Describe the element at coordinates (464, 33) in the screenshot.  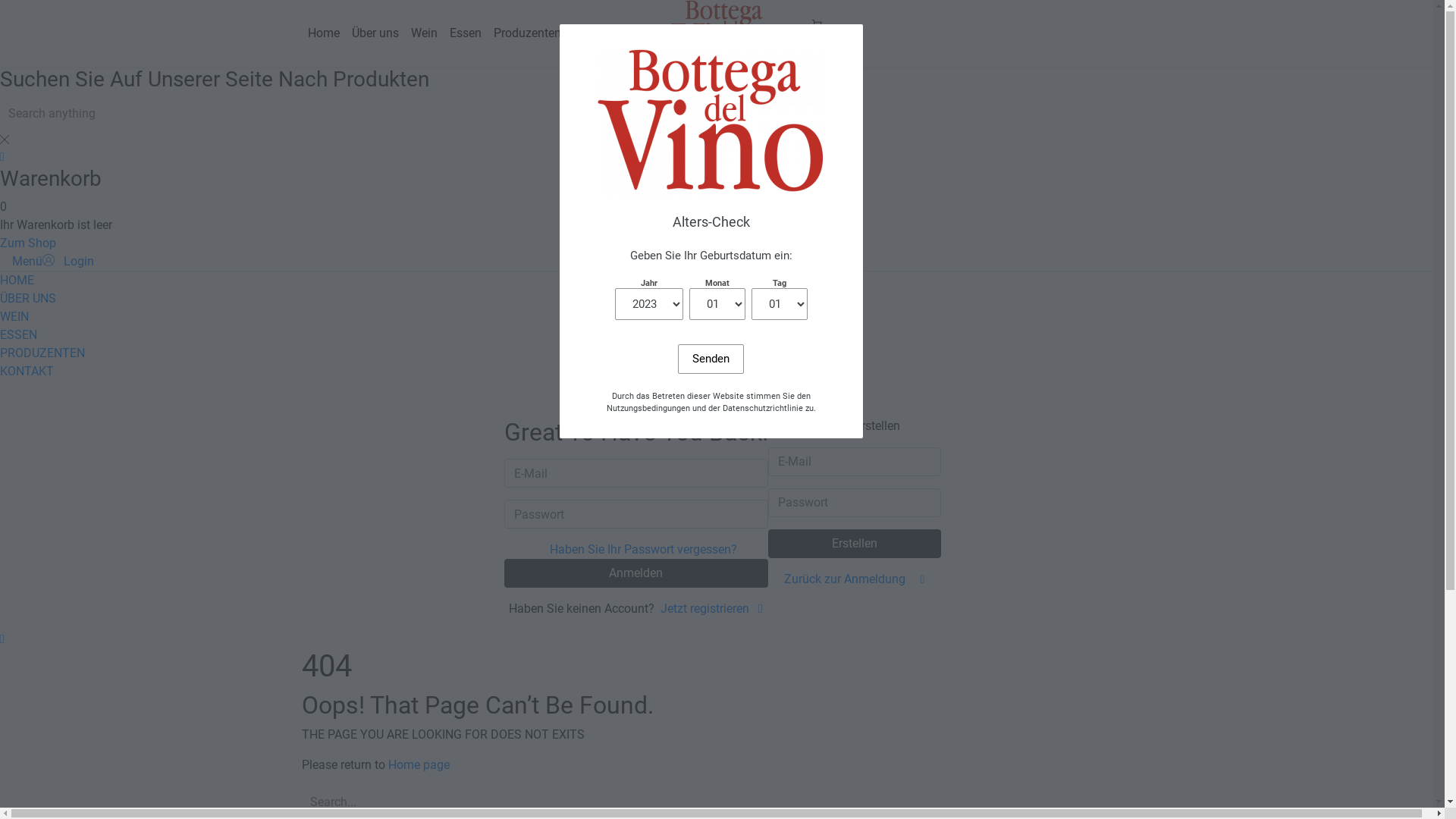
I see `'Essen'` at that location.